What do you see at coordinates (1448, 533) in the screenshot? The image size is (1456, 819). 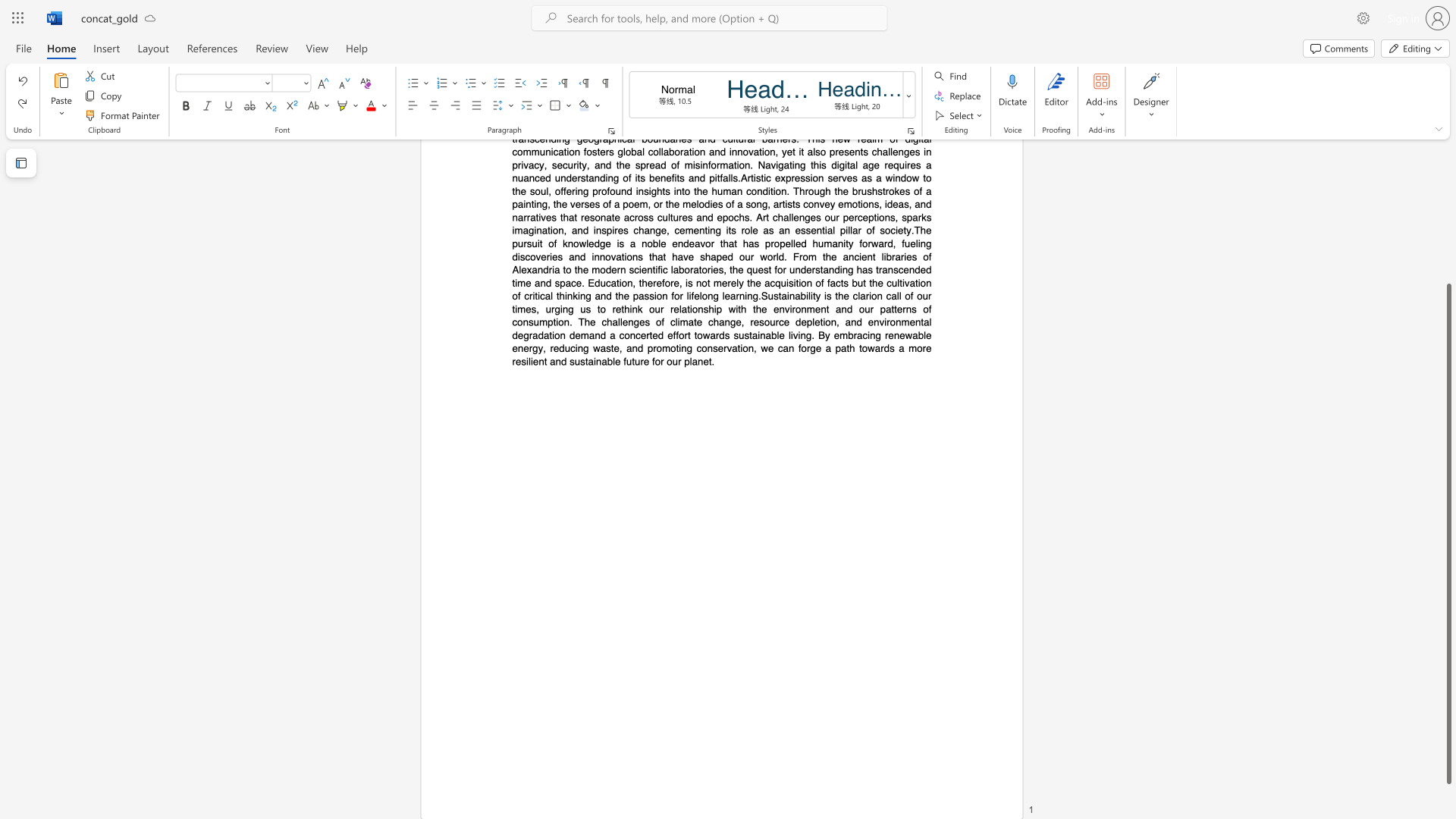 I see `the scrollbar and move down 10 pixels` at bounding box center [1448, 533].